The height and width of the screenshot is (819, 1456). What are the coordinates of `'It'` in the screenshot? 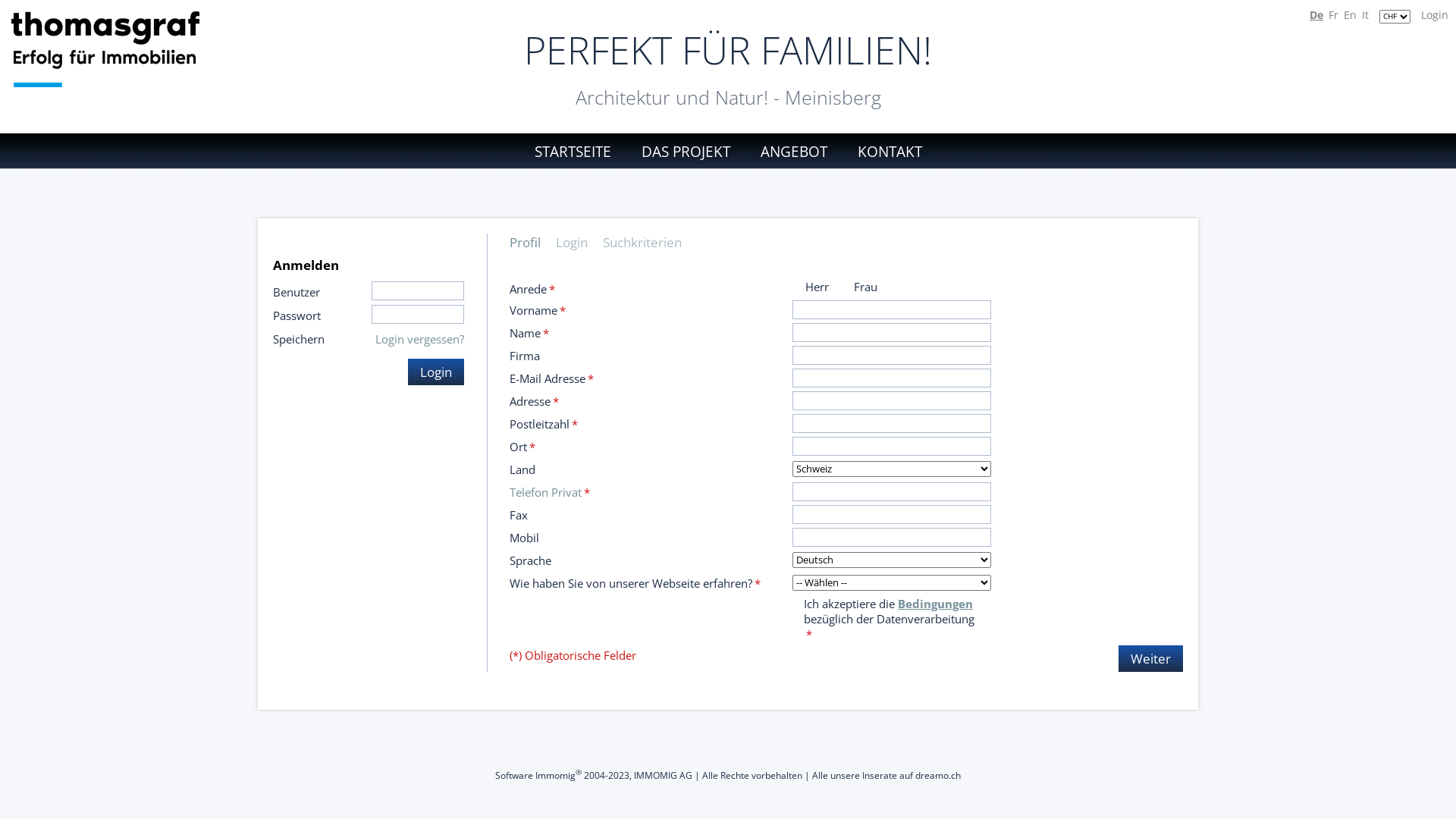 It's located at (1365, 14).